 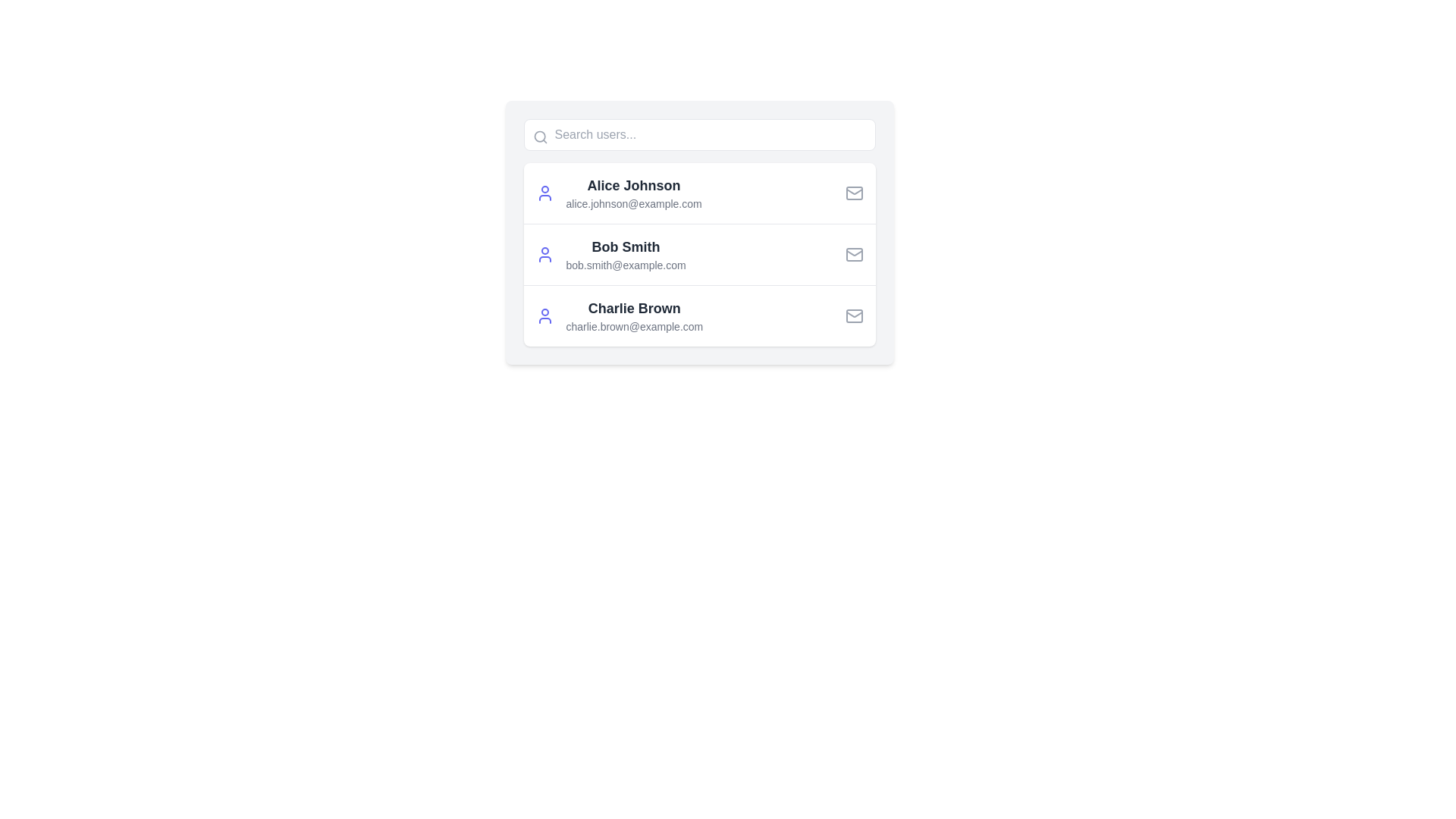 I want to click on the magnifying glass icon located within the search input field, so click(x=540, y=137).